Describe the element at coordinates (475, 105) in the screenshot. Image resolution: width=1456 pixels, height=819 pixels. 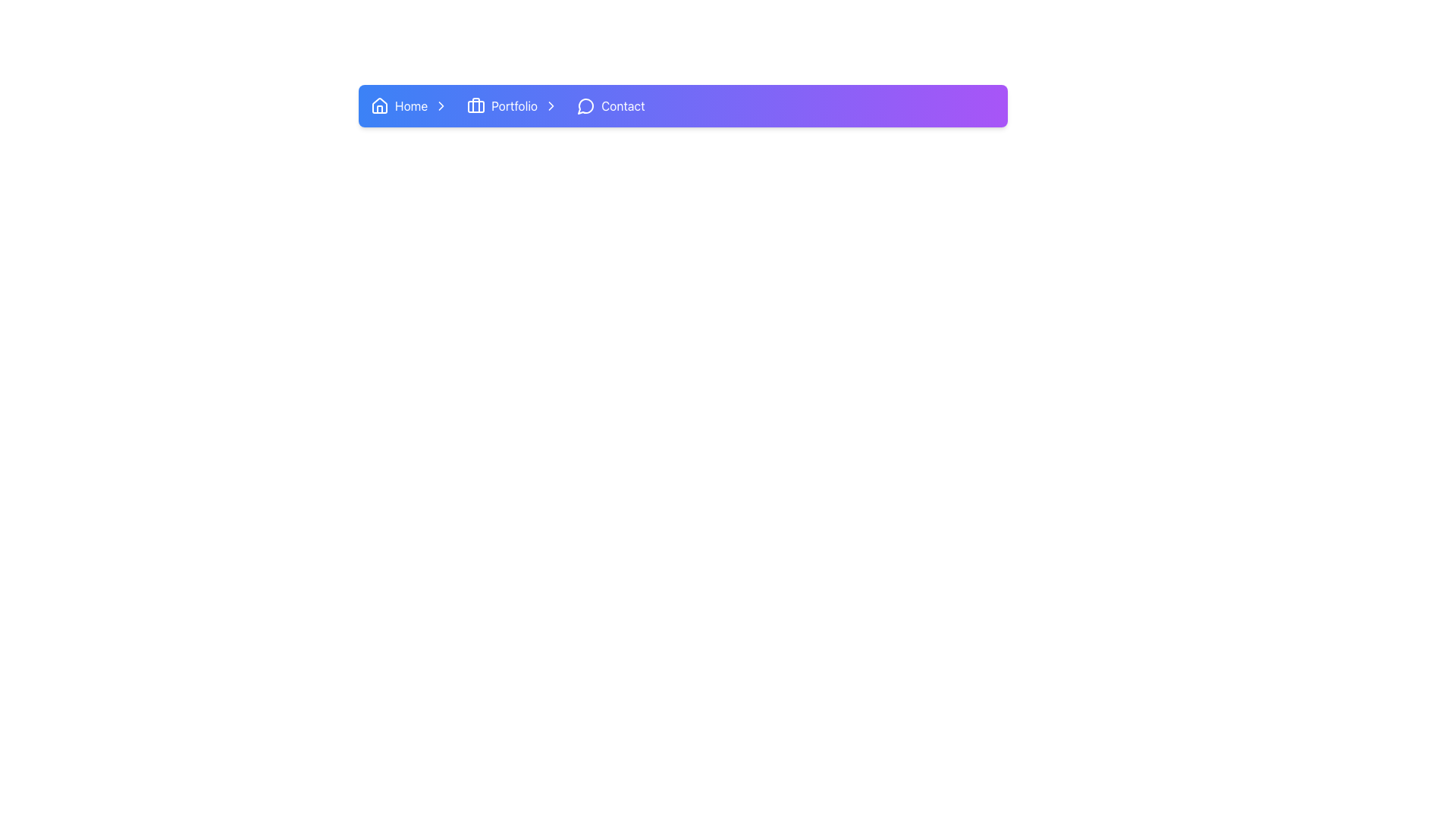
I see `the briefcase-shaped icon with a blue square background located in the top navigation bar next to the 'Portfolio' text` at that location.